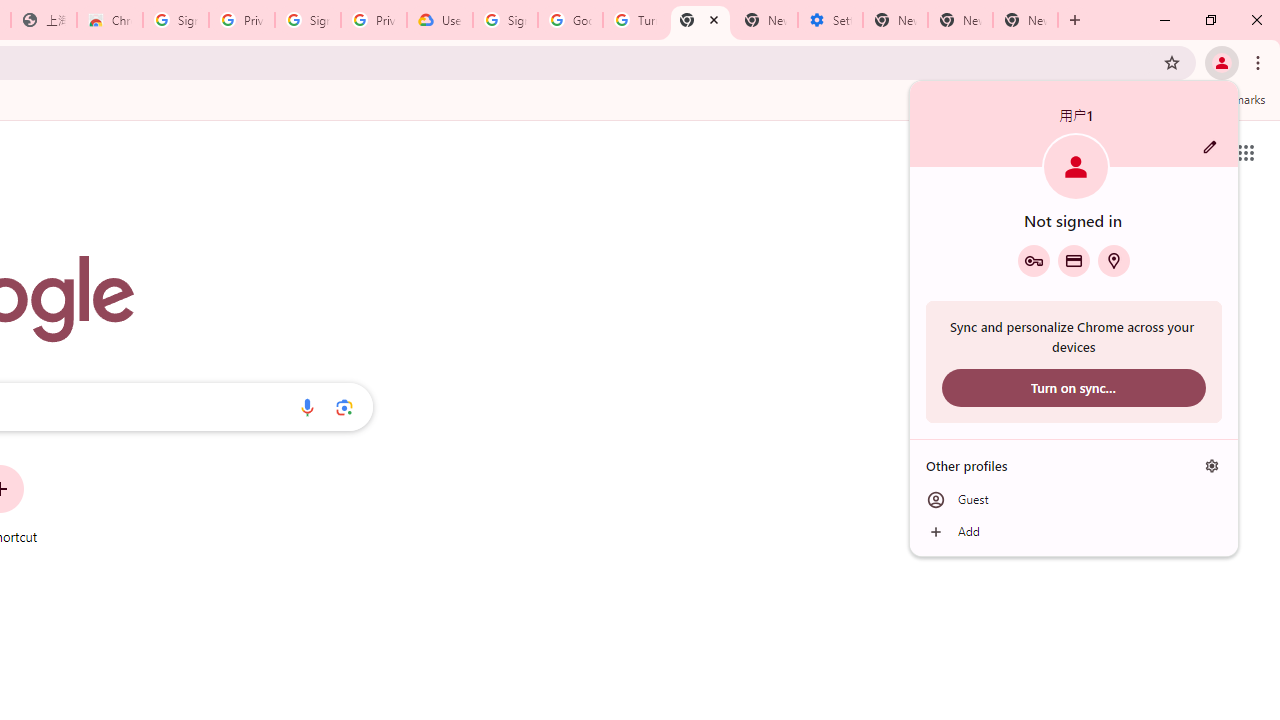 This screenshot has height=720, width=1280. I want to click on 'Google Password Manager', so click(1033, 260).